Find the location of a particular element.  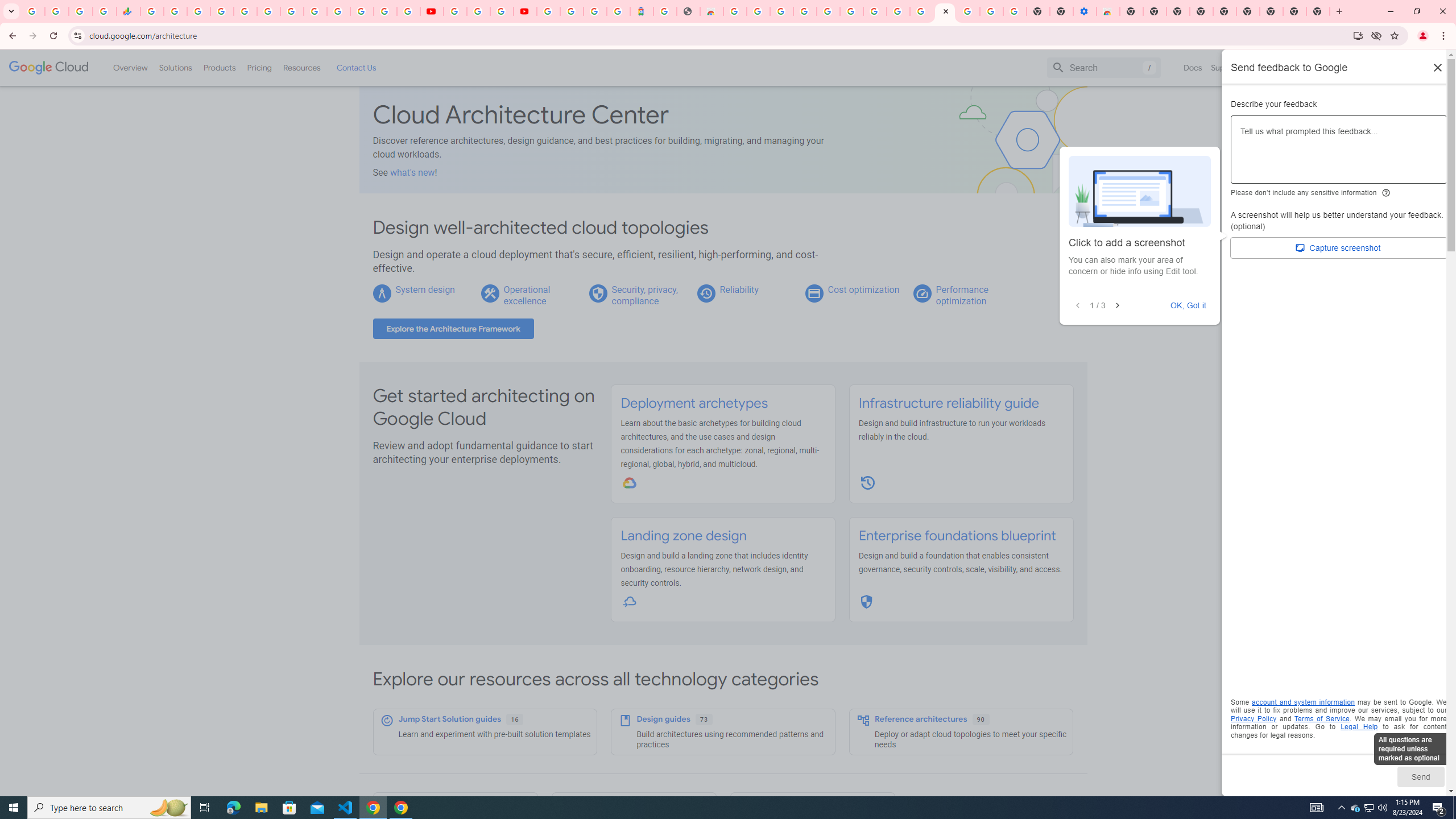

'Opens in a new tab. Terms of Service' is located at coordinates (1321, 718).